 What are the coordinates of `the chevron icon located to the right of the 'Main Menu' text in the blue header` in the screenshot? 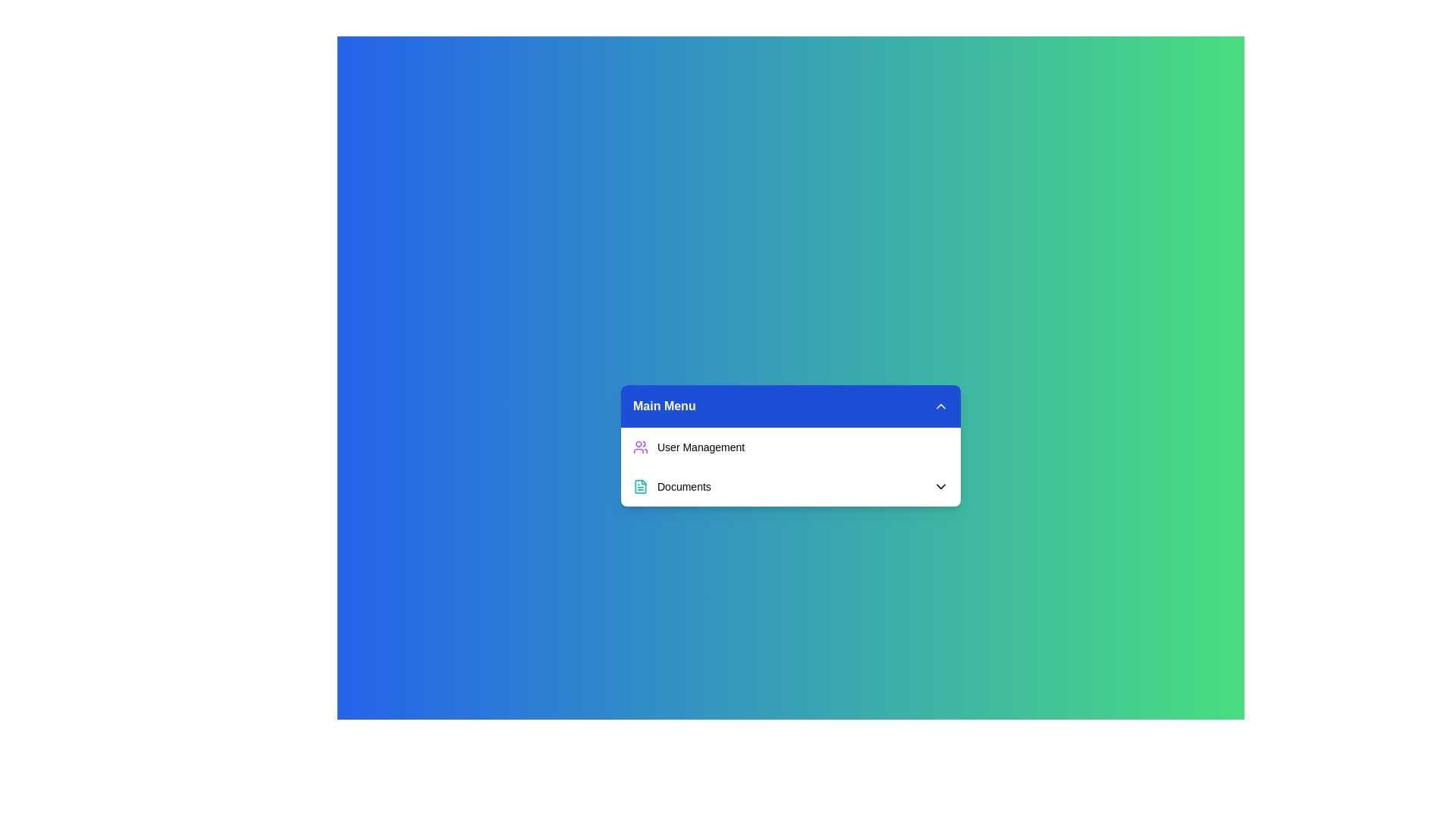 It's located at (940, 406).